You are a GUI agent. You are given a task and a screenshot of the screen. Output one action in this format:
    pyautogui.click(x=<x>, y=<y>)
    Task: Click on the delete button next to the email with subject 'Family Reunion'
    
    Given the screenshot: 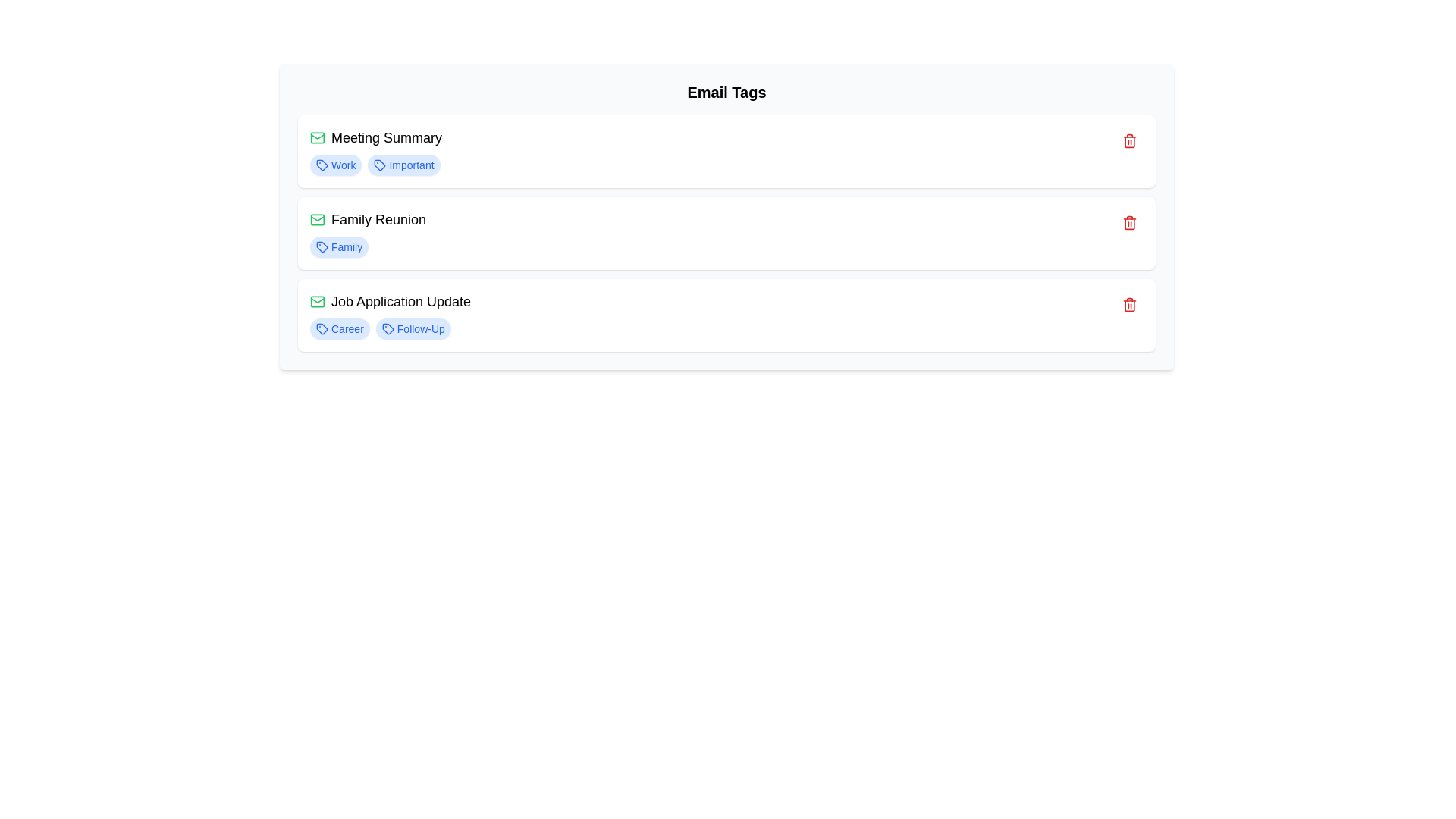 What is the action you would take?
    pyautogui.click(x=1129, y=222)
    